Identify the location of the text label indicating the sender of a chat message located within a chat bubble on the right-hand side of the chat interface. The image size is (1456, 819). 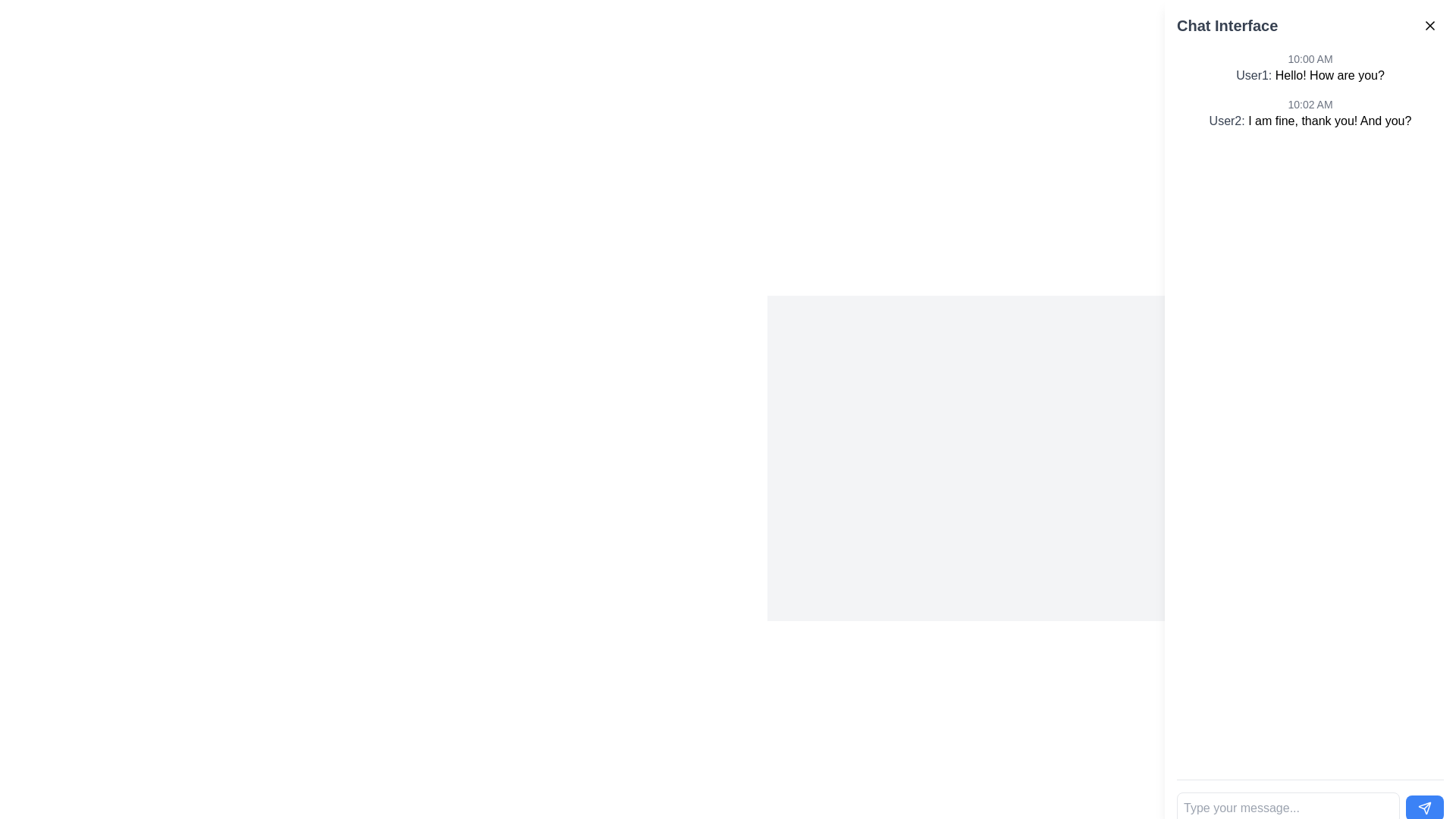
(1256, 75).